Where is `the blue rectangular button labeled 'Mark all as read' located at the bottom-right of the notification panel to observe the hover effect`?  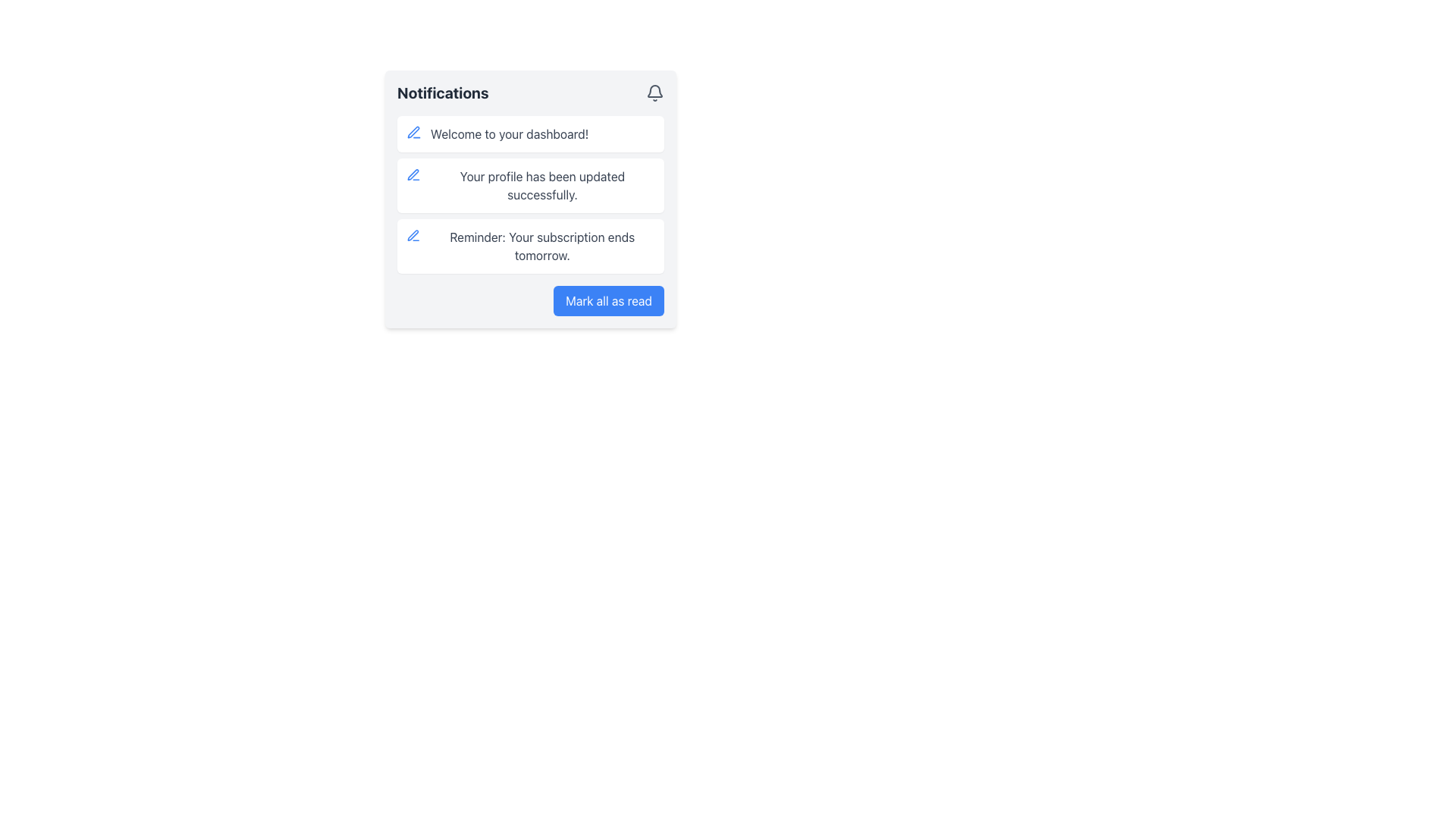 the blue rectangular button labeled 'Mark all as read' located at the bottom-right of the notification panel to observe the hover effect is located at coordinates (609, 301).